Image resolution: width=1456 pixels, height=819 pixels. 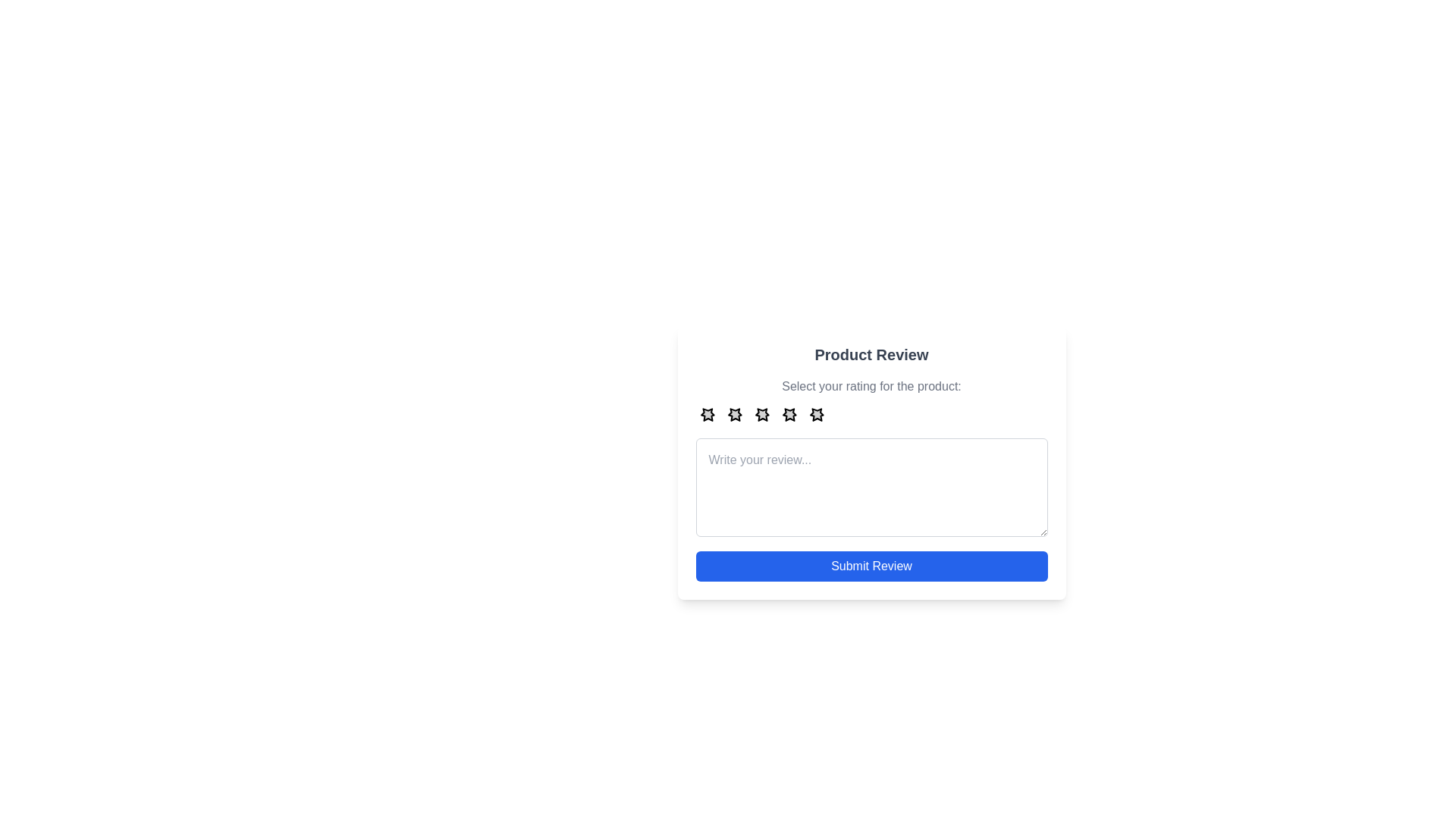 I want to click on 'Submit Review' button, so click(x=871, y=566).